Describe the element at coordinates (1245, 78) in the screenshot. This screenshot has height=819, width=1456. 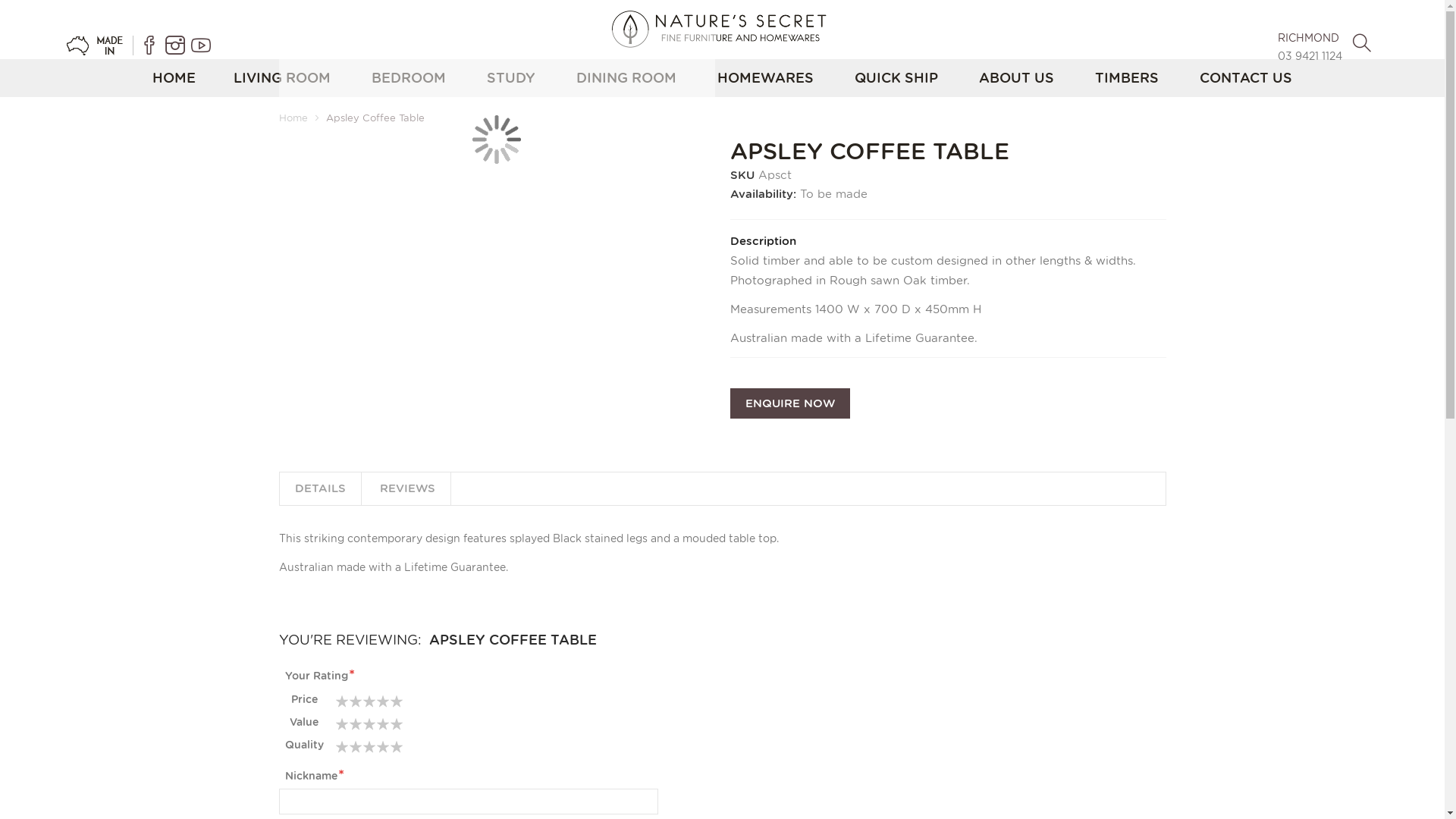
I see `'CONTACT US'` at that location.